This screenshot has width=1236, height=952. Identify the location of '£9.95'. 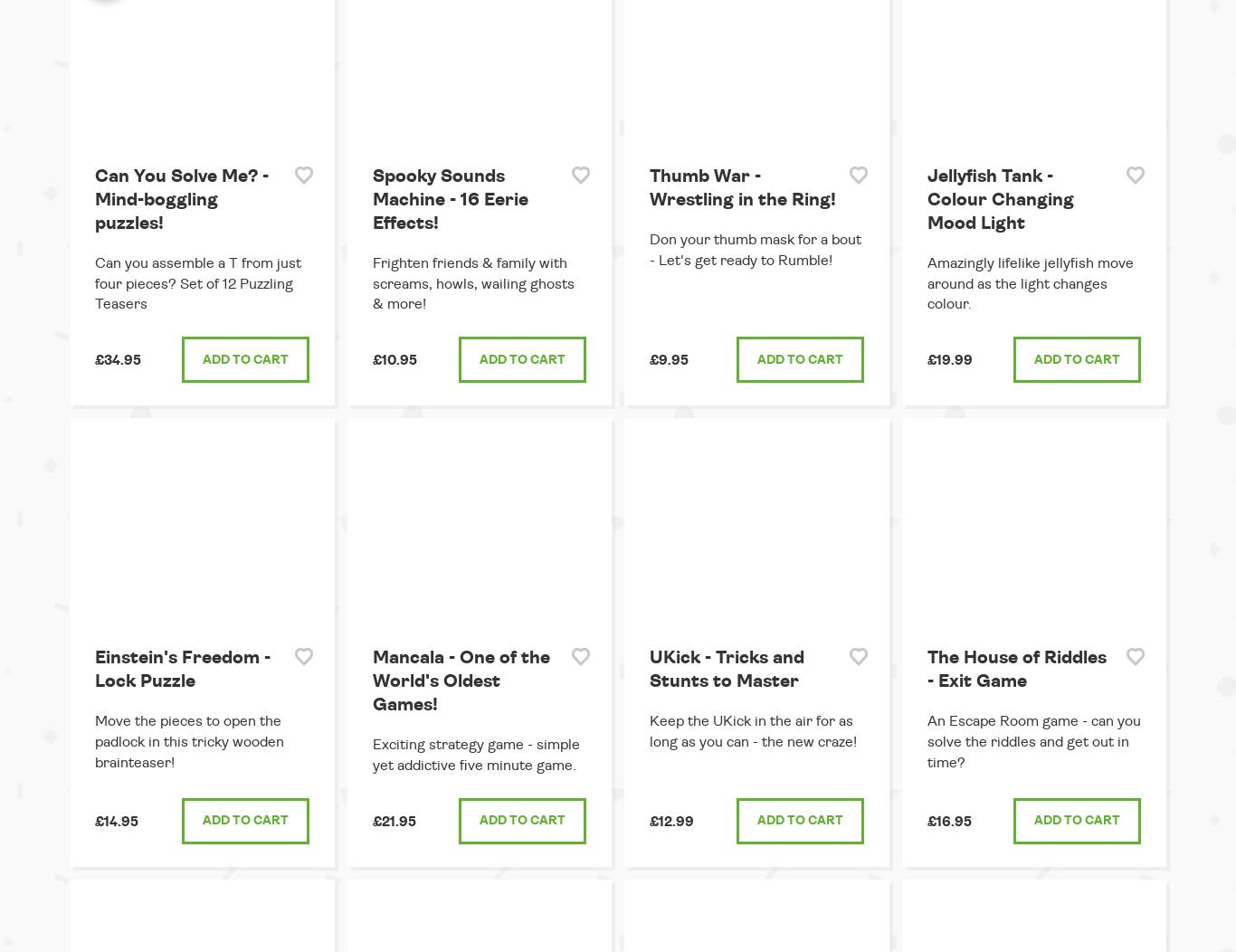
(669, 359).